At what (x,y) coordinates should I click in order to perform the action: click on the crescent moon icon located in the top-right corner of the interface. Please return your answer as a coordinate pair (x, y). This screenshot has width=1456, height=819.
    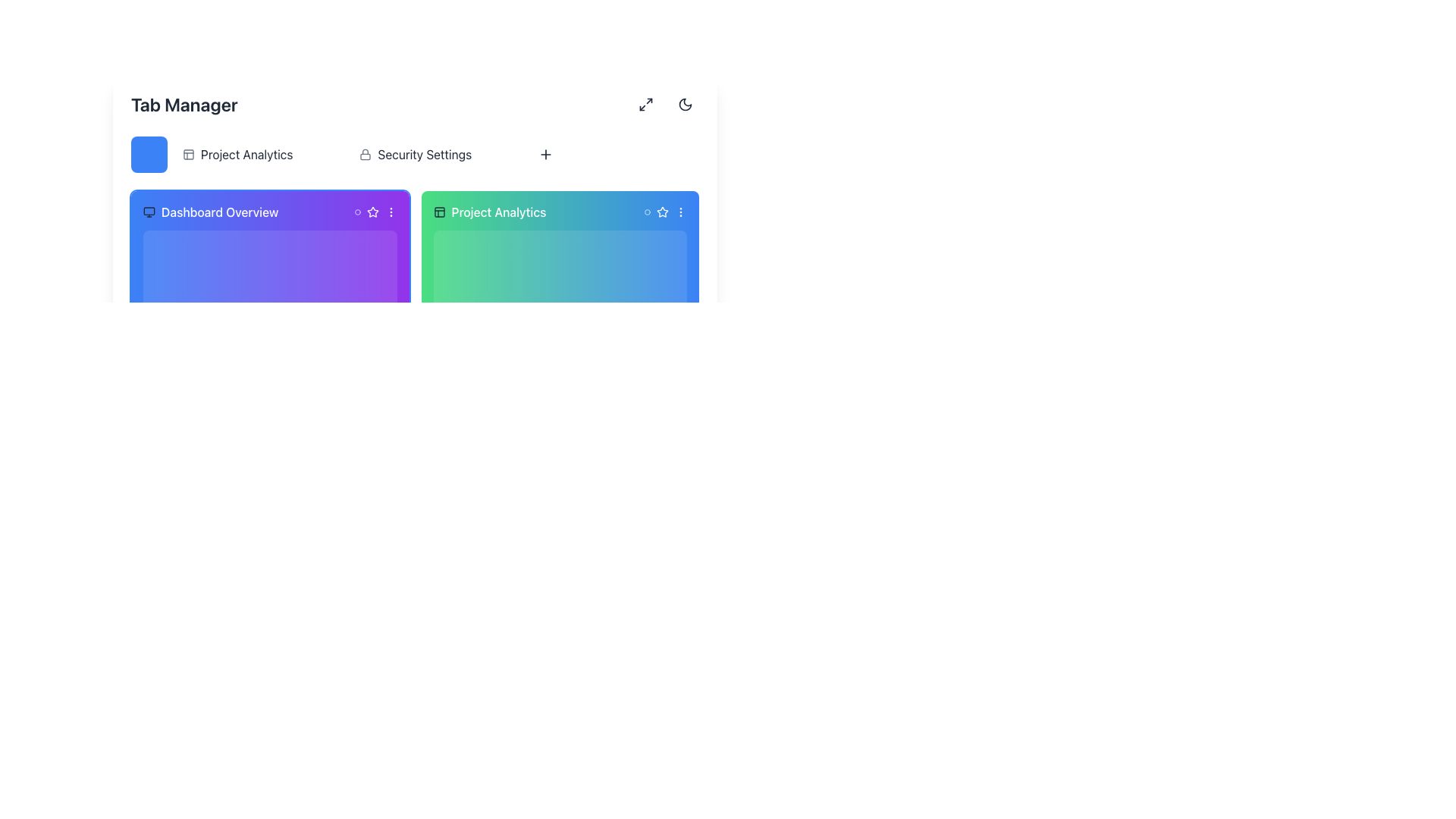
    Looking at the image, I should click on (684, 104).